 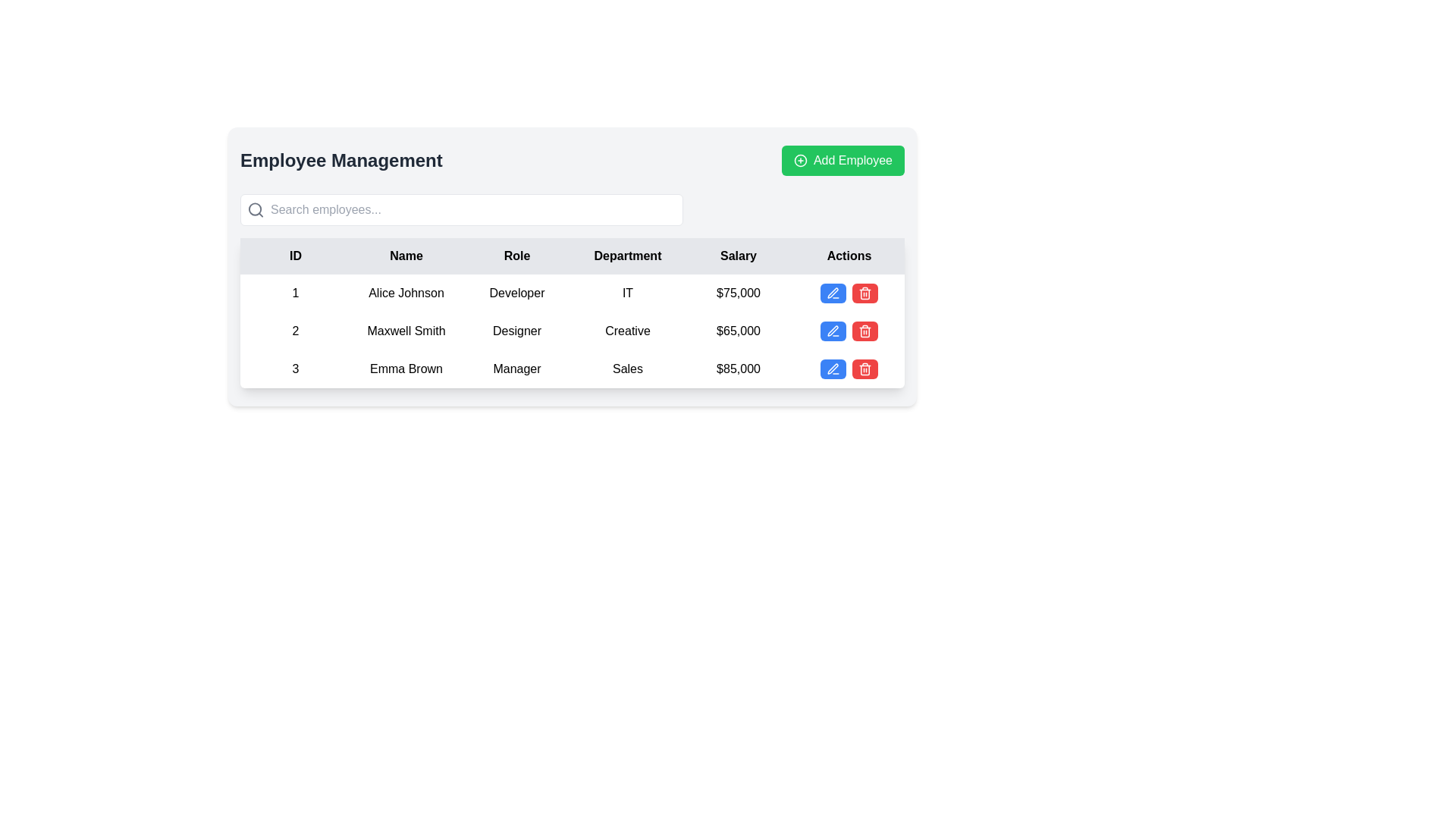 What do you see at coordinates (865, 330) in the screenshot?
I see `the trash icon button, which is a red square button with a white trash bin icon, located in the 'Actions' column of the employee table` at bounding box center [865, 330].